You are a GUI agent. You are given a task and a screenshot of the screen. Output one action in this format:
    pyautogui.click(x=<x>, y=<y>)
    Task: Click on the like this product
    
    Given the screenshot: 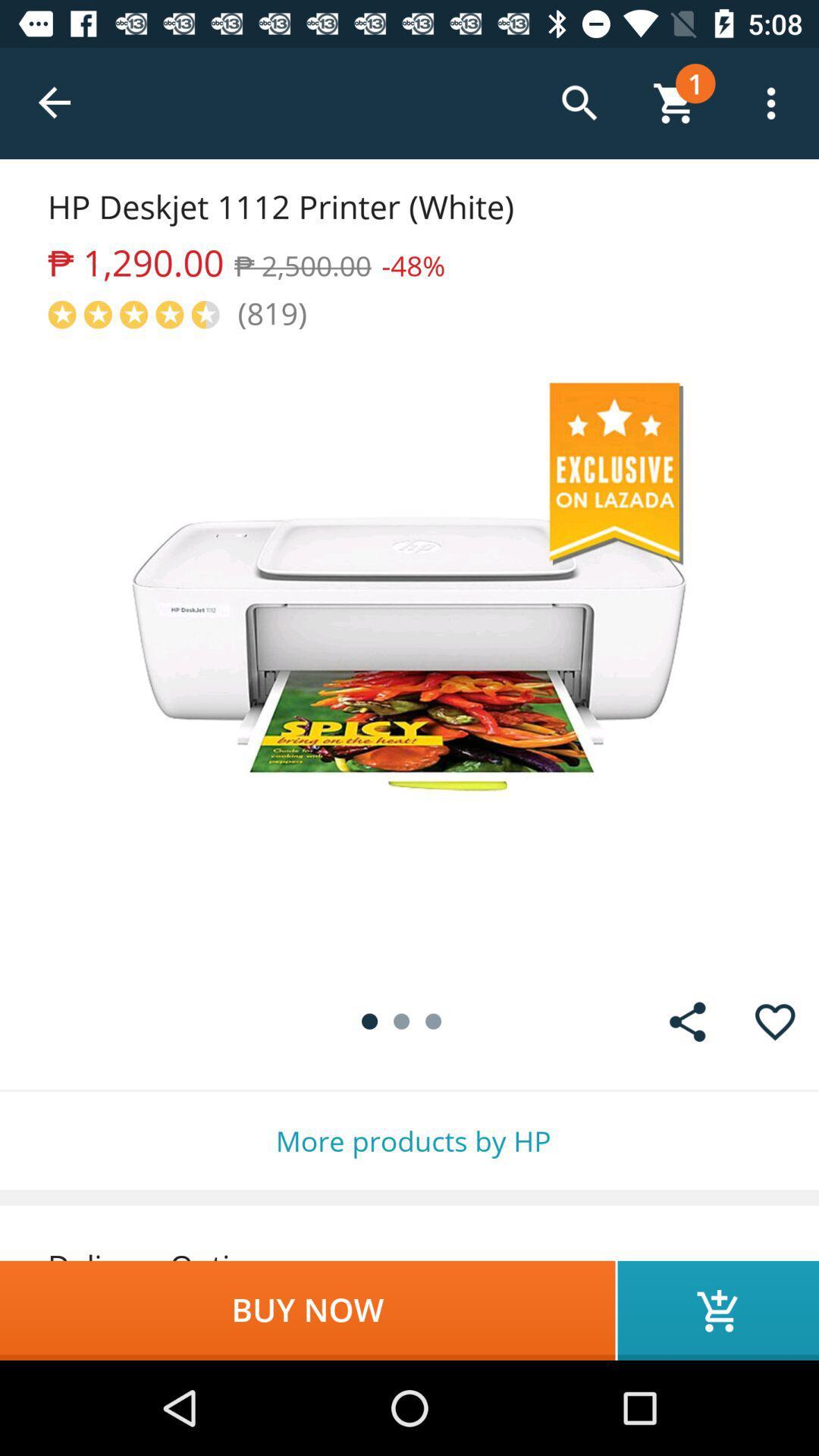 What is the action you would take?
    pyautogui.click(x=775, y=1021)
    